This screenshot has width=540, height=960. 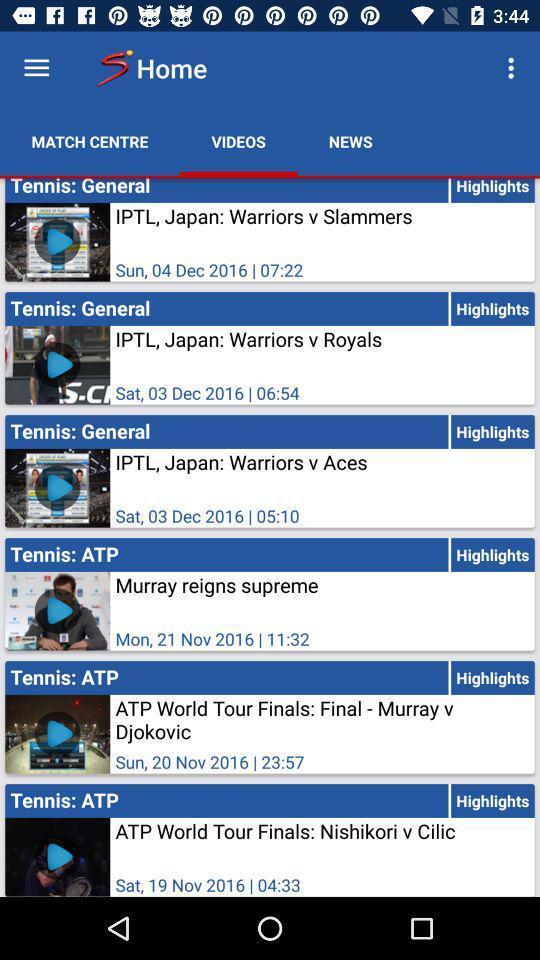 What do you see at coordinates (89, 140) in the screenshot?
I see `the item above the tennis: general icon` at bounding box center [89, 140].